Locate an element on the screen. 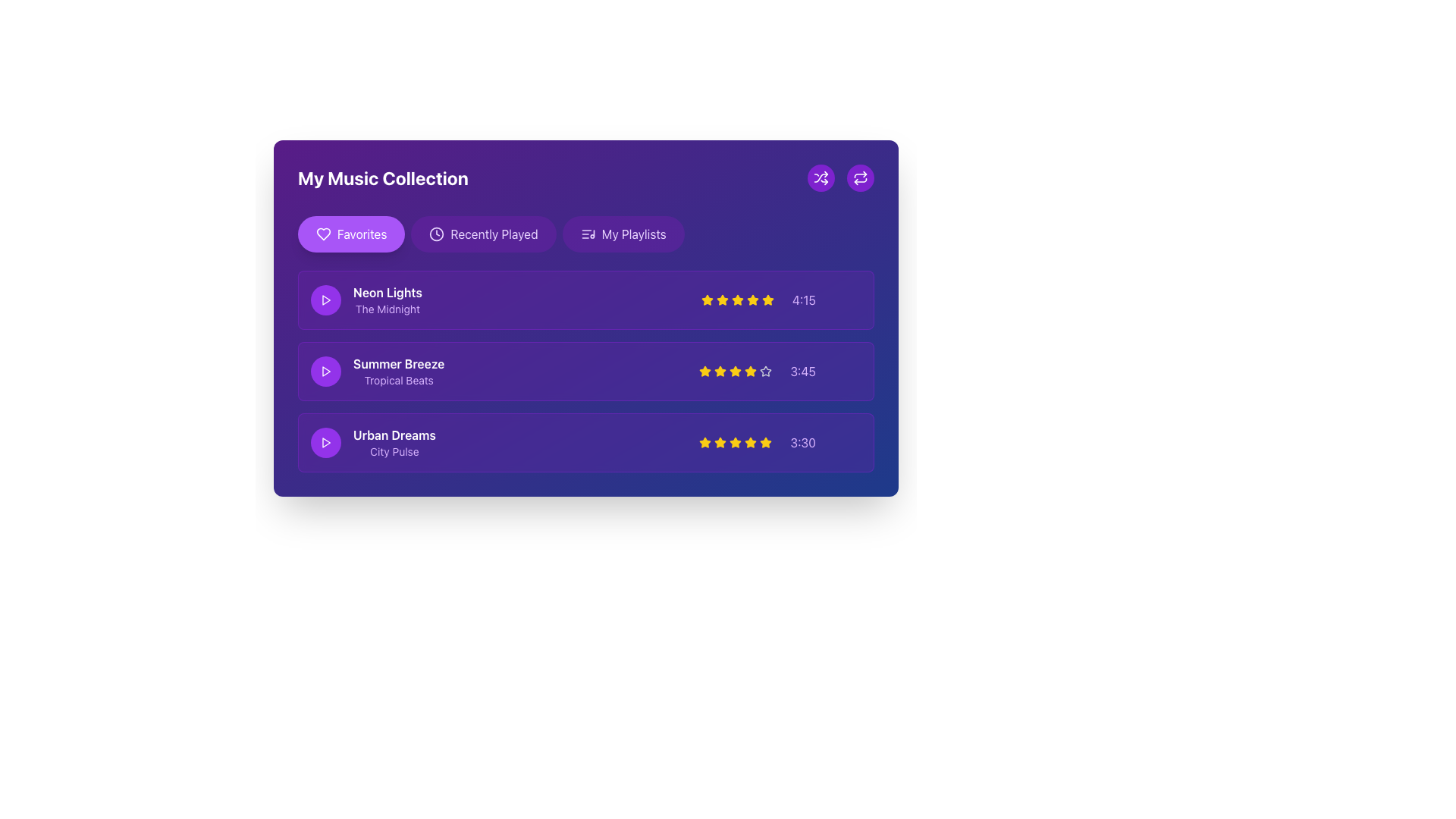 Image resolution: width=1456 pixels, height=819 pixels. the yellow star icon in the third row of the ratings section for the song 'Urban Dreams' is located at coordinates (704, 442).